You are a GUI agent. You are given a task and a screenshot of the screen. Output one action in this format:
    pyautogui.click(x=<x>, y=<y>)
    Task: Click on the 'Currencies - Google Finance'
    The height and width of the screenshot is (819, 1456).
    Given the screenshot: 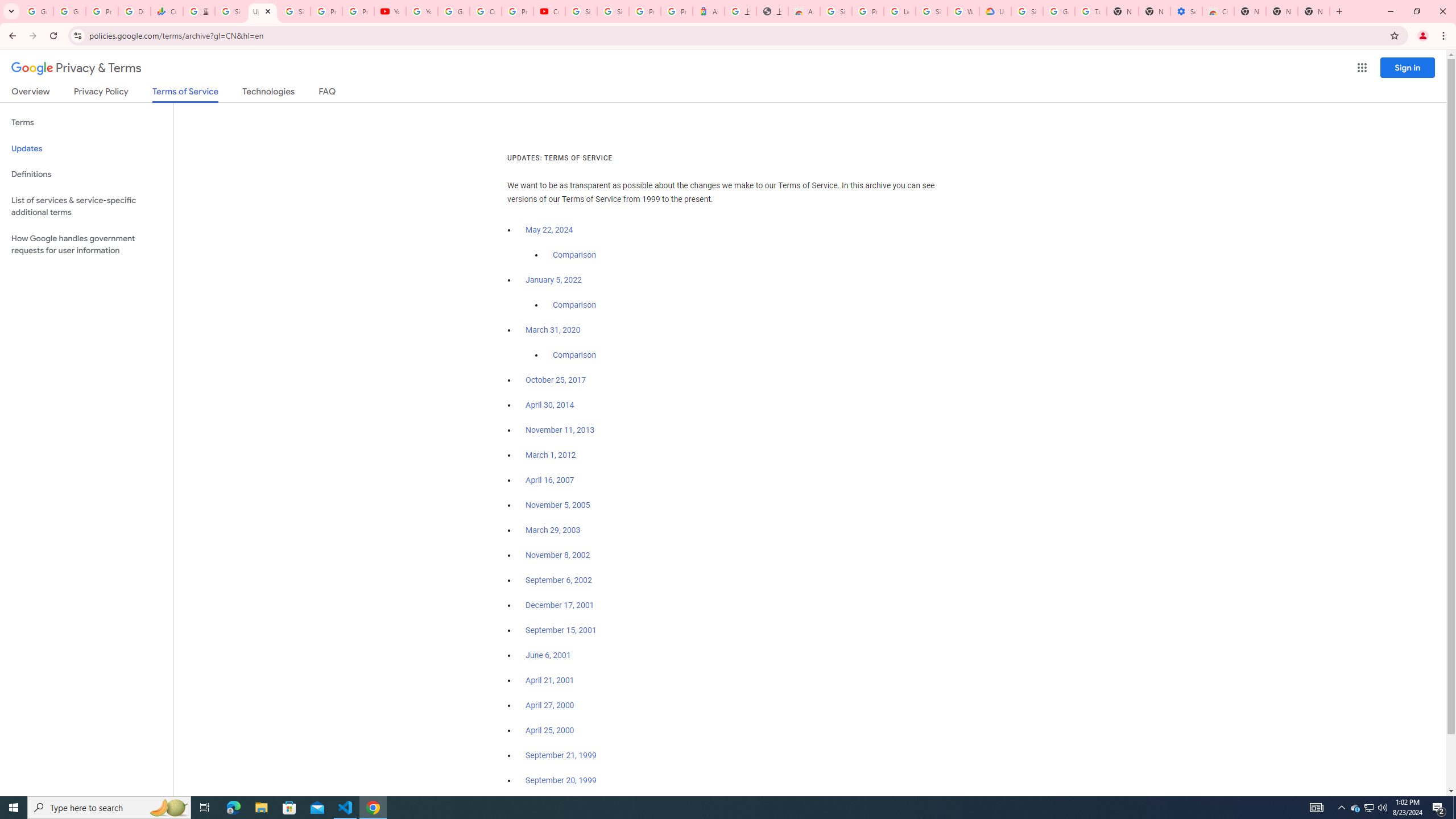 What is the action you would take?
    pyautogui.click(x=167, y=11)
    